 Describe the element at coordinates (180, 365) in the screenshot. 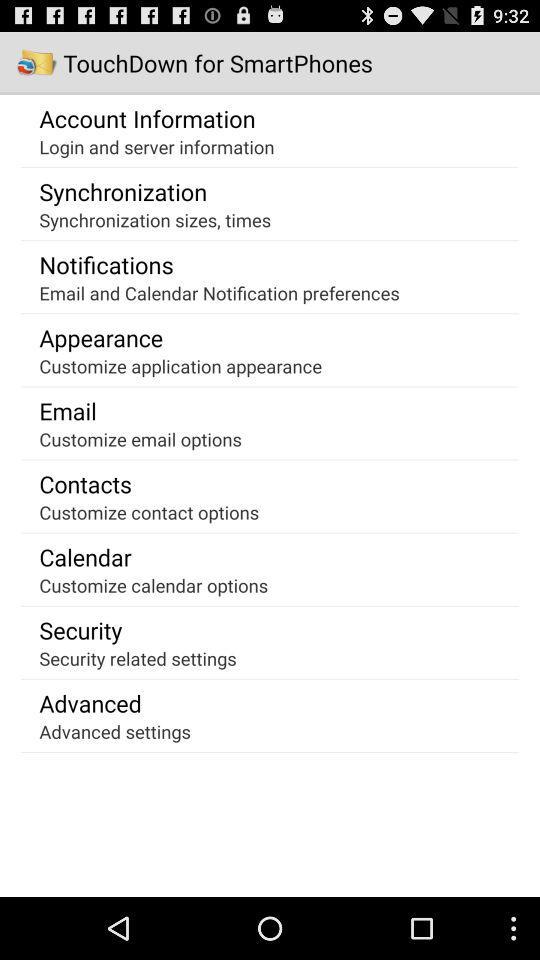

I see `the item below the appearance app` at that location.